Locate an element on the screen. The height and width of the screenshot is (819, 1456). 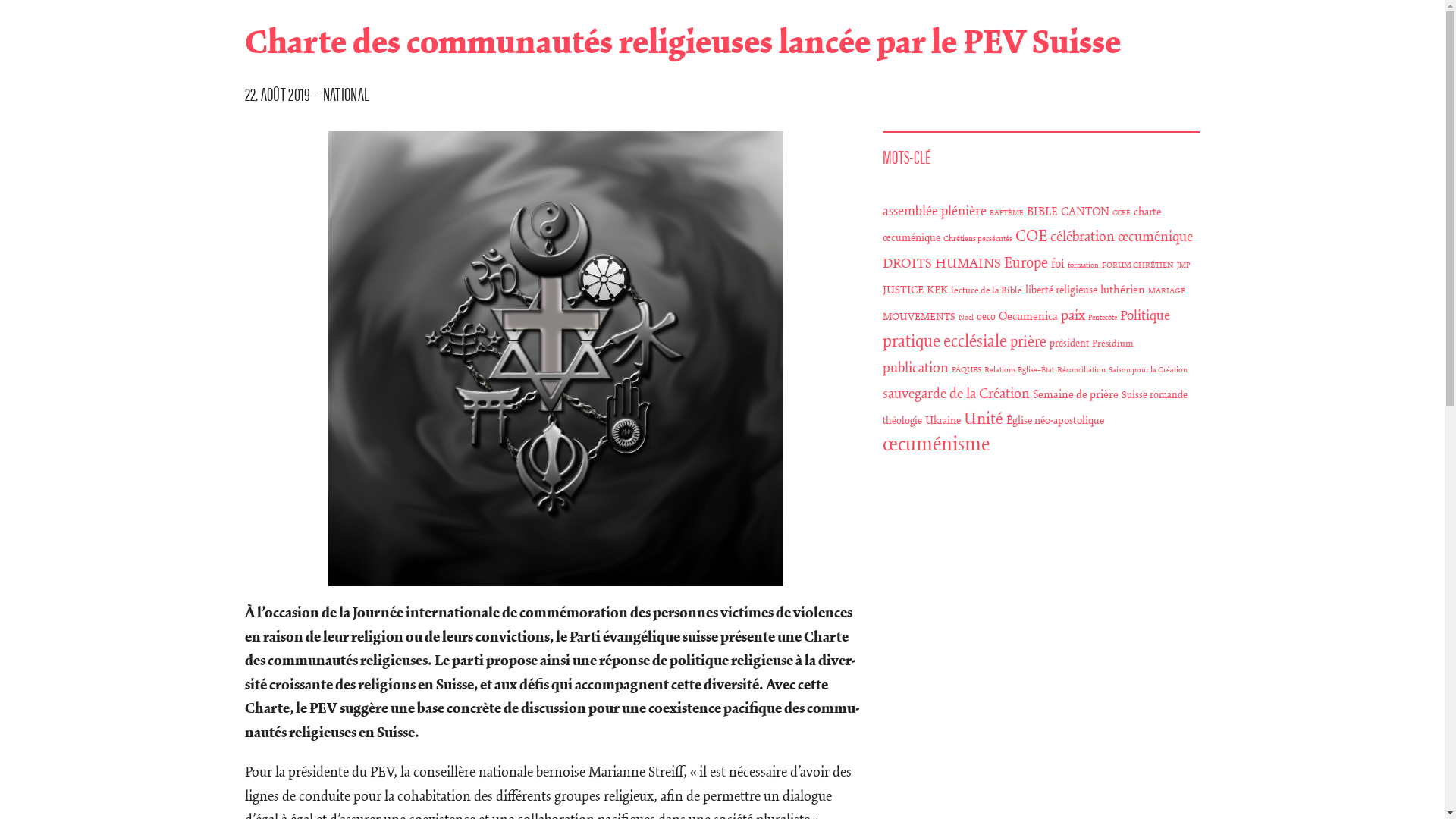
'formation' is located at coordinates (1082, 265).